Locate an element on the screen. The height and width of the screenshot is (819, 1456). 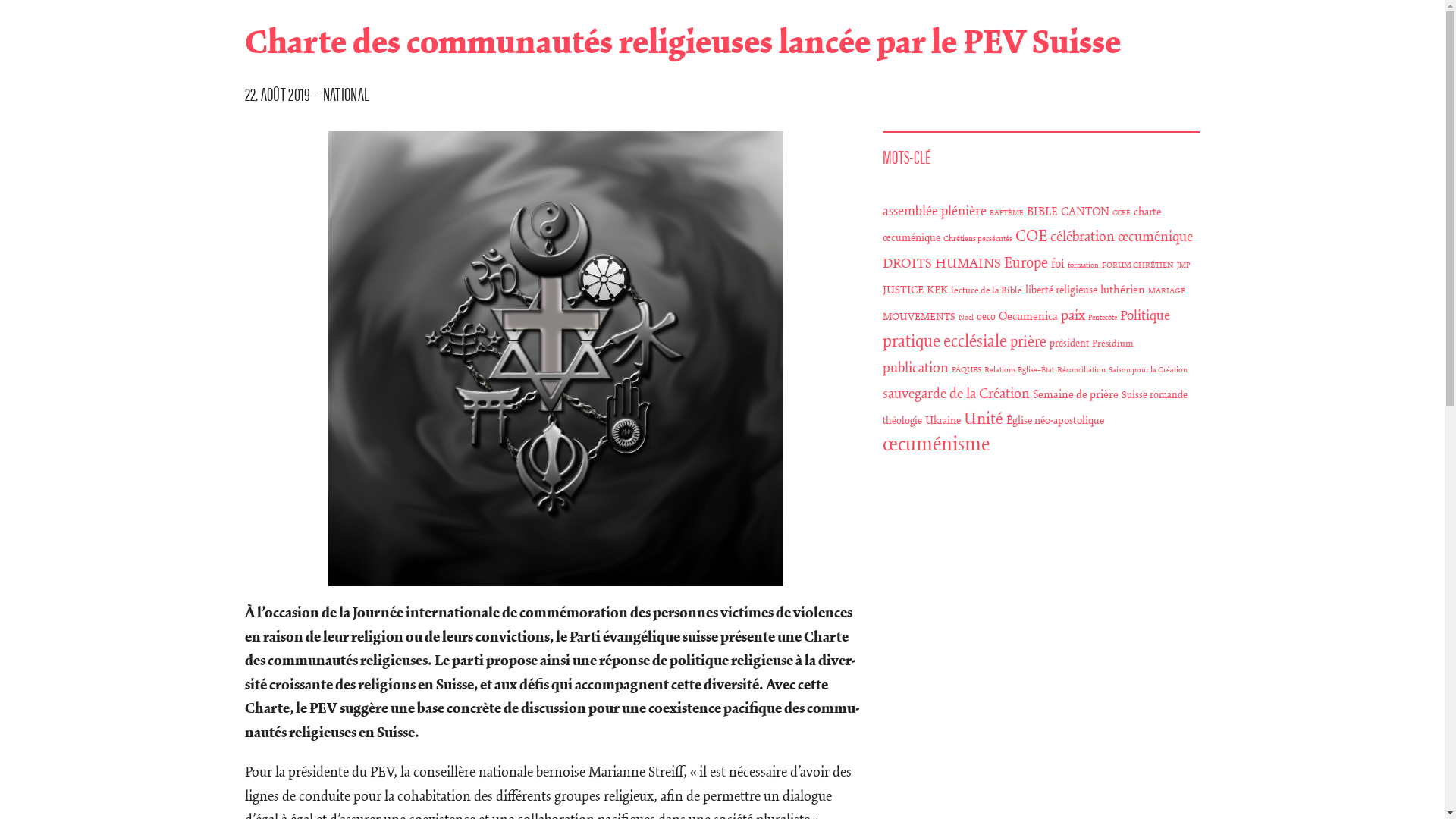
'formation' is located at coordinates (1082, 265).